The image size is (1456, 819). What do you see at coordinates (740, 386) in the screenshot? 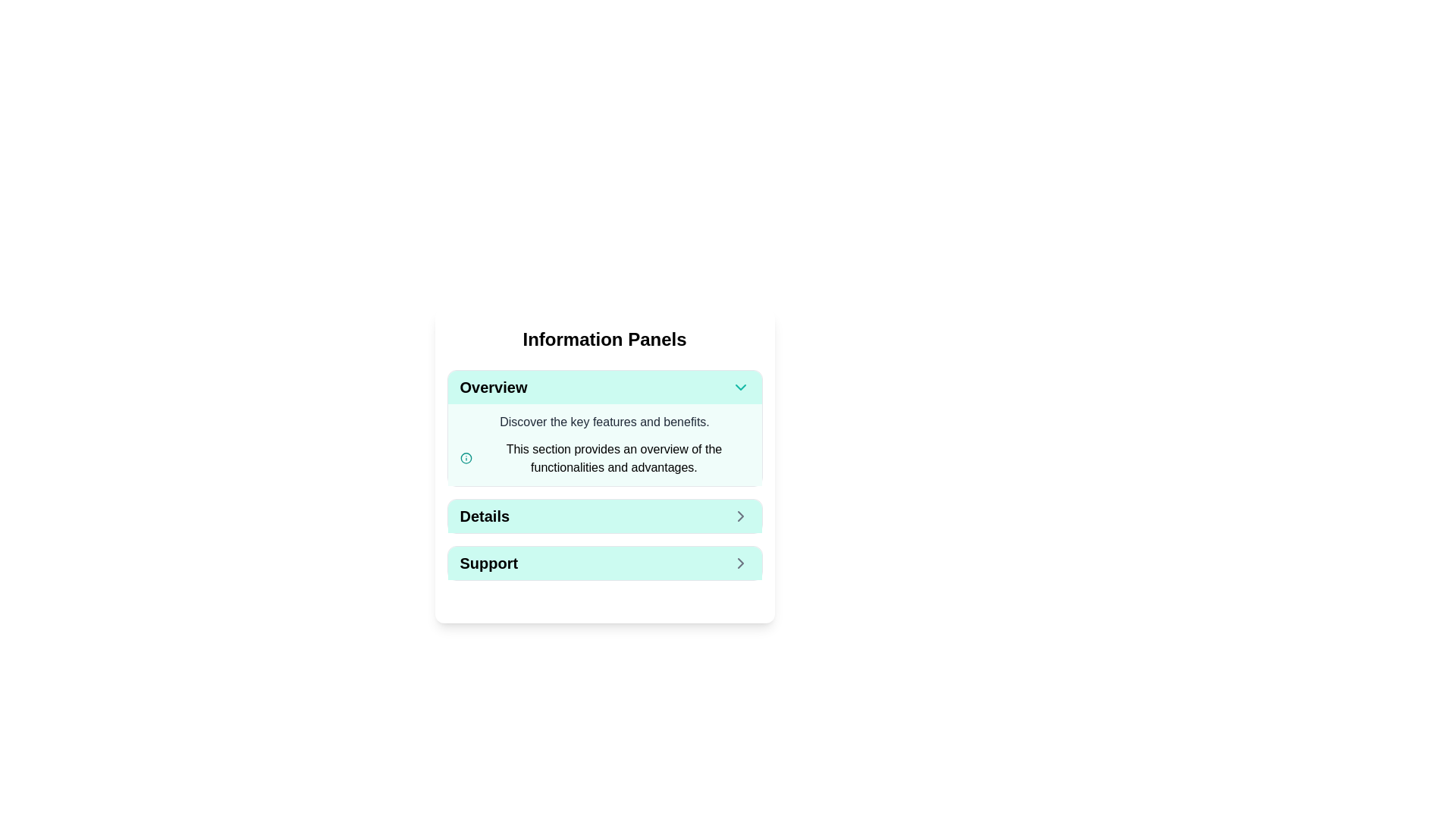
I see `the toggle button icon located at the rightmost part of the teal header bar labeled 'Overview'` at bounding box center [740, 386].